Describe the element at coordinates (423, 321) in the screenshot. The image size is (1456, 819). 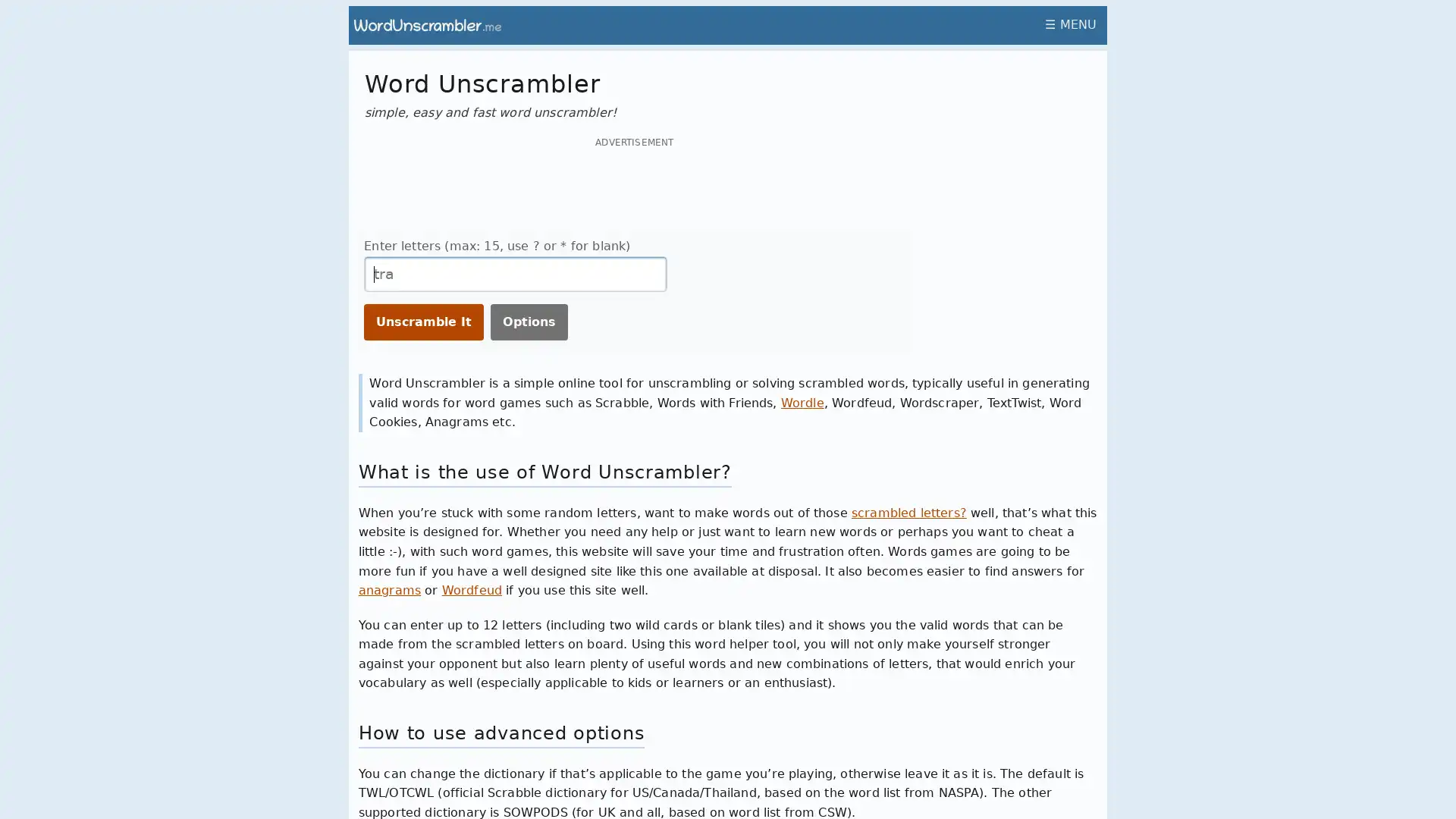
I see `Unscramble It` at that location.